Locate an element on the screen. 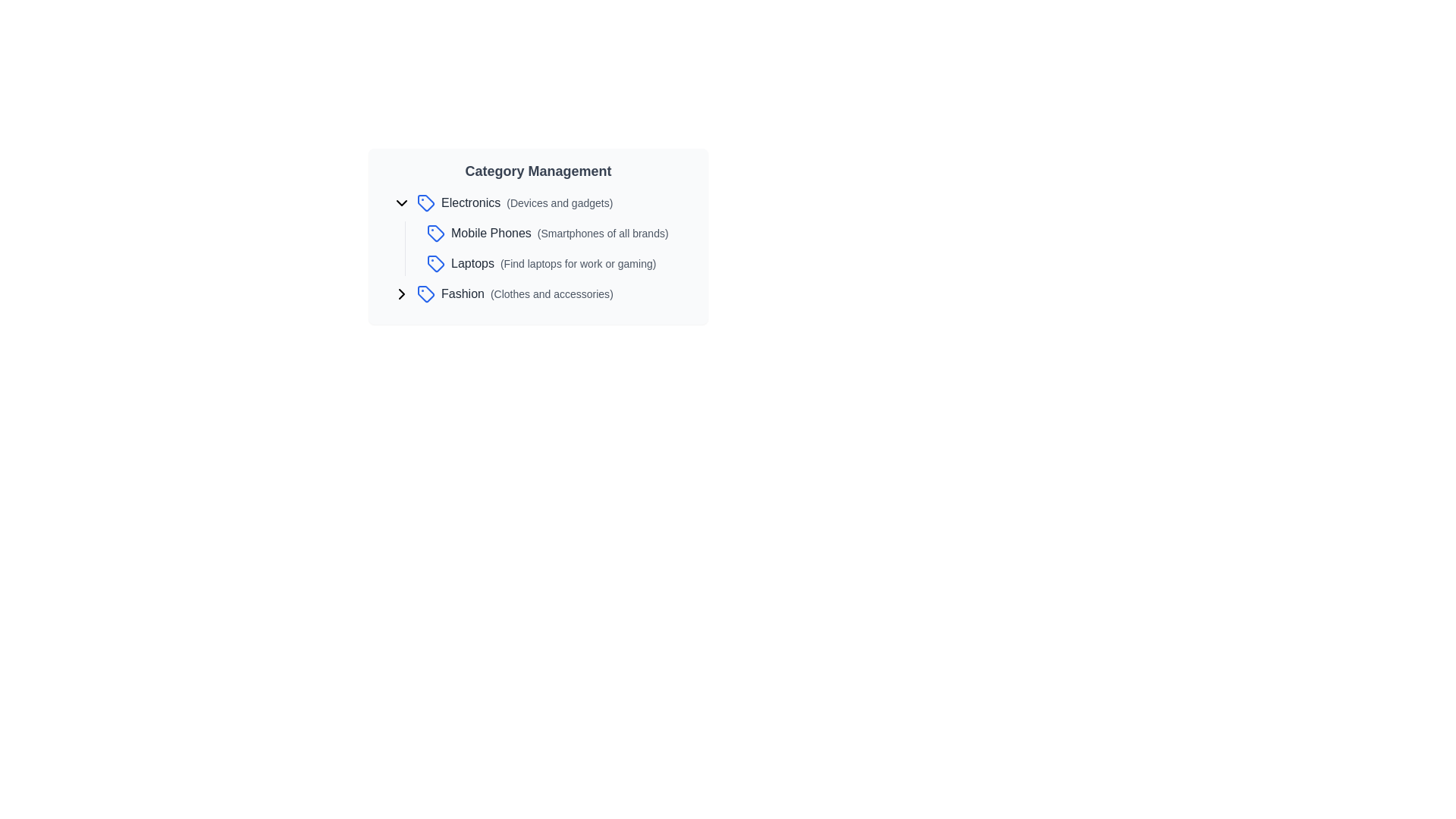 The image size is (1456, 819). the small tag-shaped icon with a blue outline and dot, located to the left of the 'Fashion' text within the 'Fashion (Clothes and accessories)' entry is located at coordinates (425, 294).